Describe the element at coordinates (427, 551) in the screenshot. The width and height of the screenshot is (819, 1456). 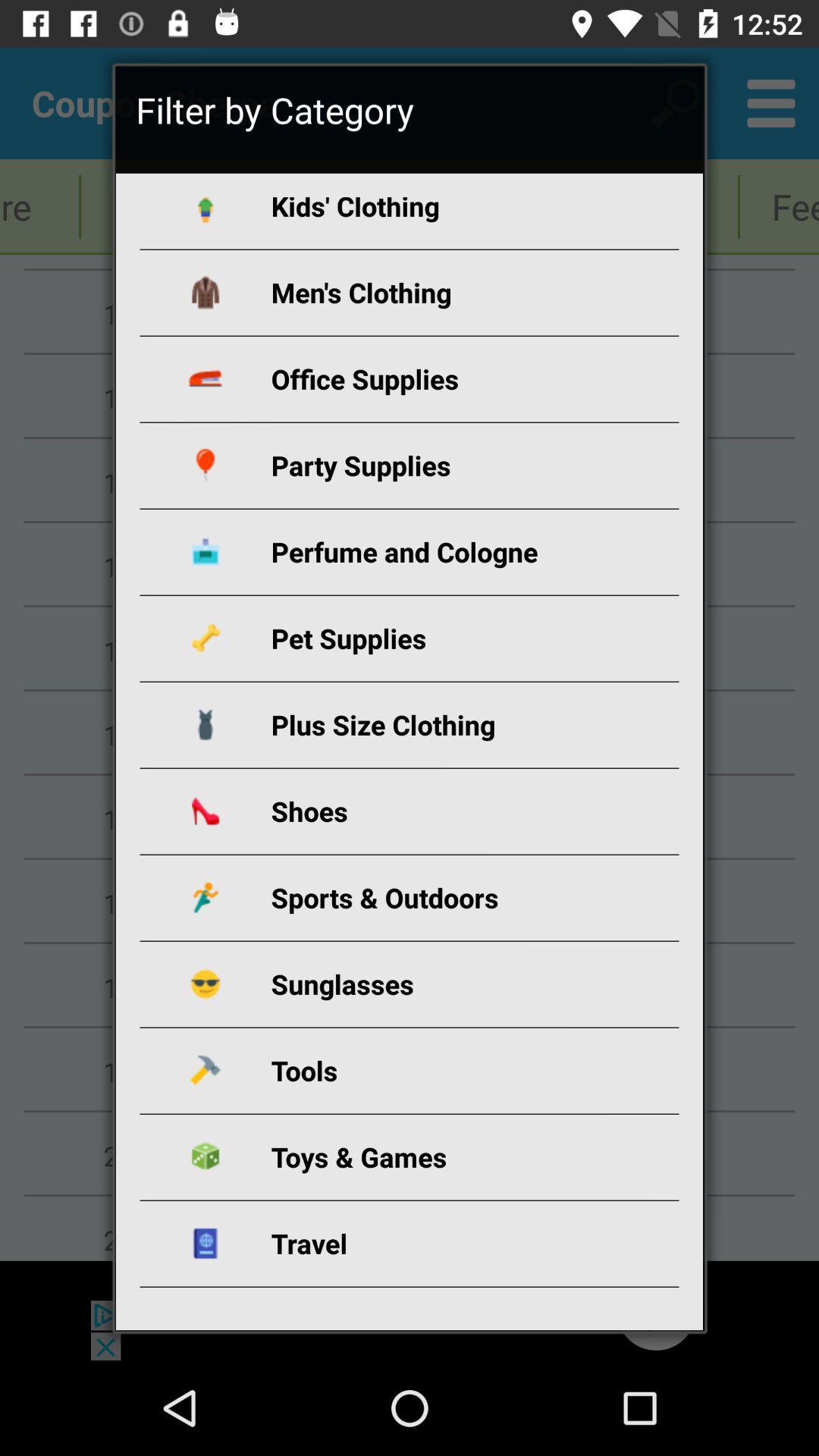
I see `the item below the party supplies` at that location.